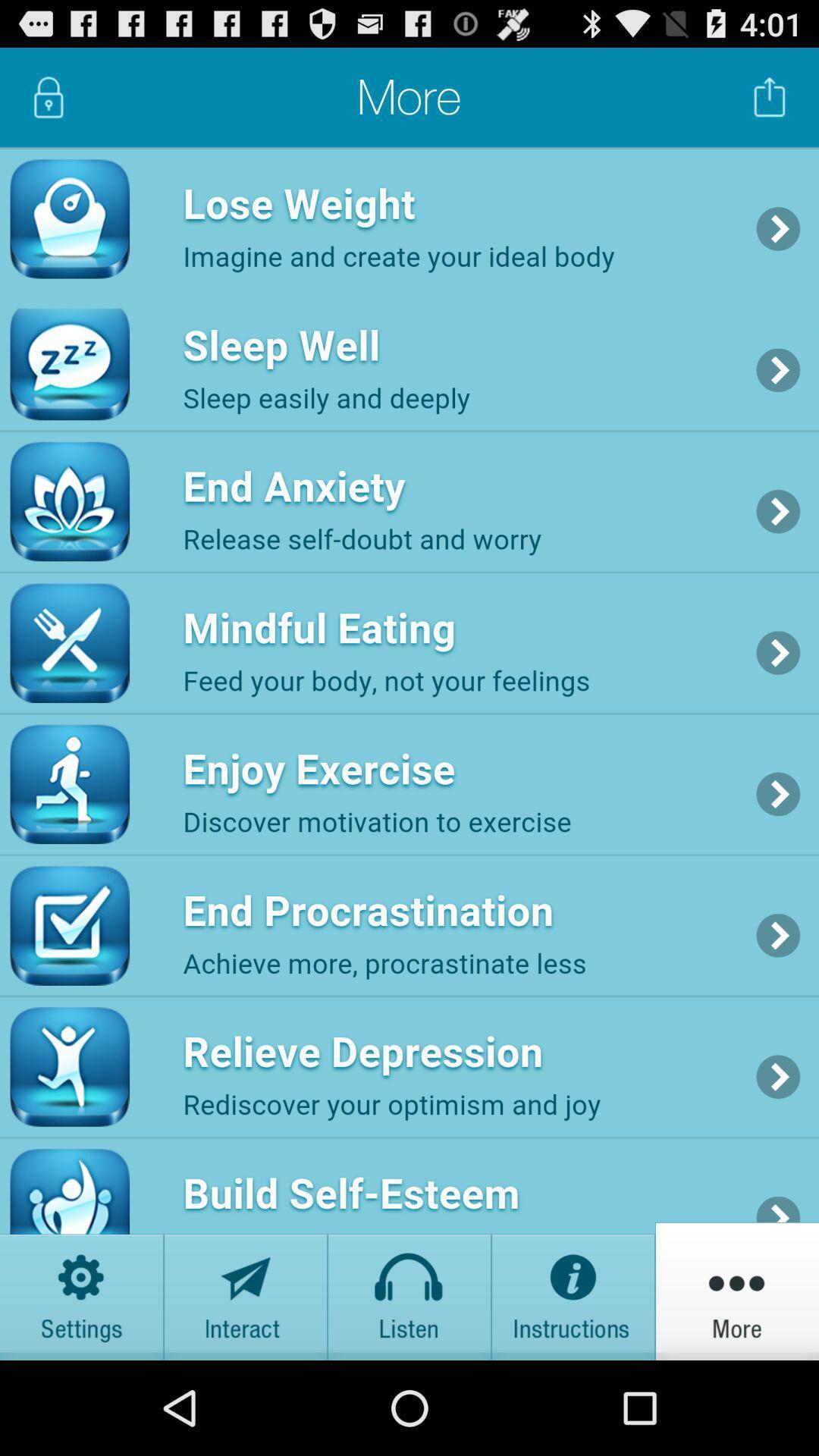  What do you see at coordinates (573, 1290) in the screenshot?
I see `click for view` at bounding box center [573, 1290].